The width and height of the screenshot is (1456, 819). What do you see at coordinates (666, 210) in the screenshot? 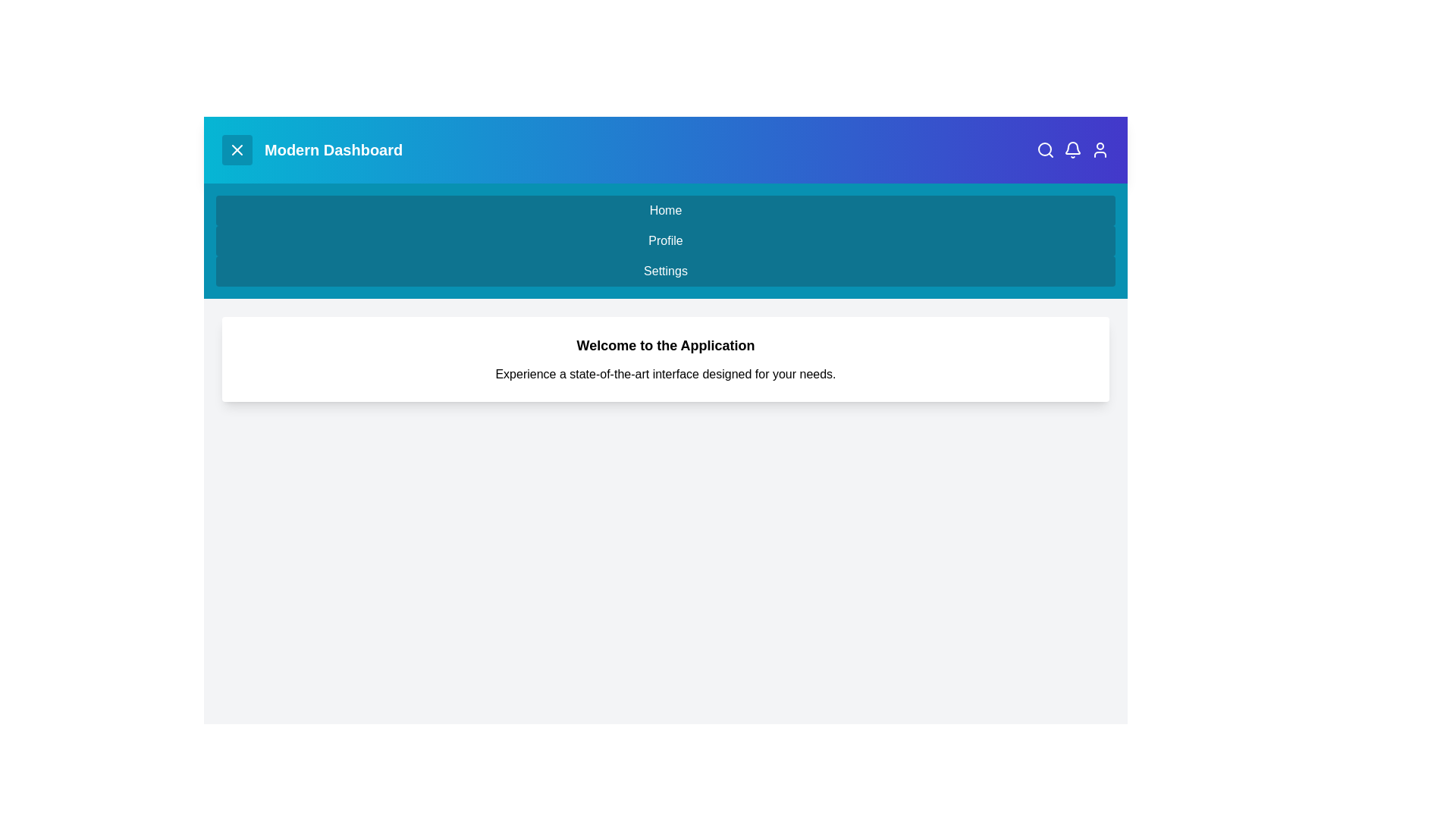
I see `the 'Home' navigation link` at bounding box center [666, 210].